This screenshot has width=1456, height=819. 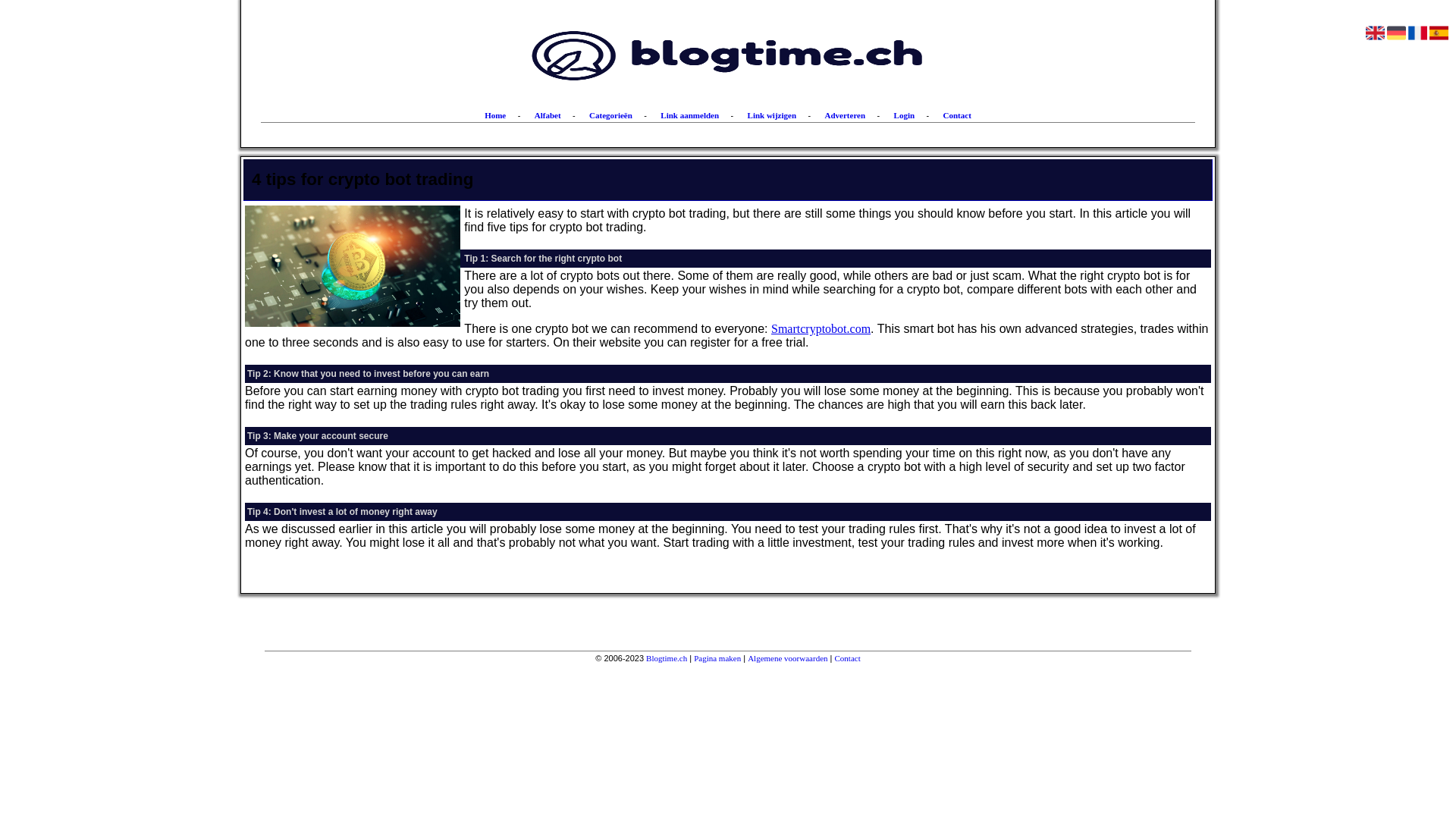 I want to click on 'Blogtime.ch', so click(x=666, y=657).